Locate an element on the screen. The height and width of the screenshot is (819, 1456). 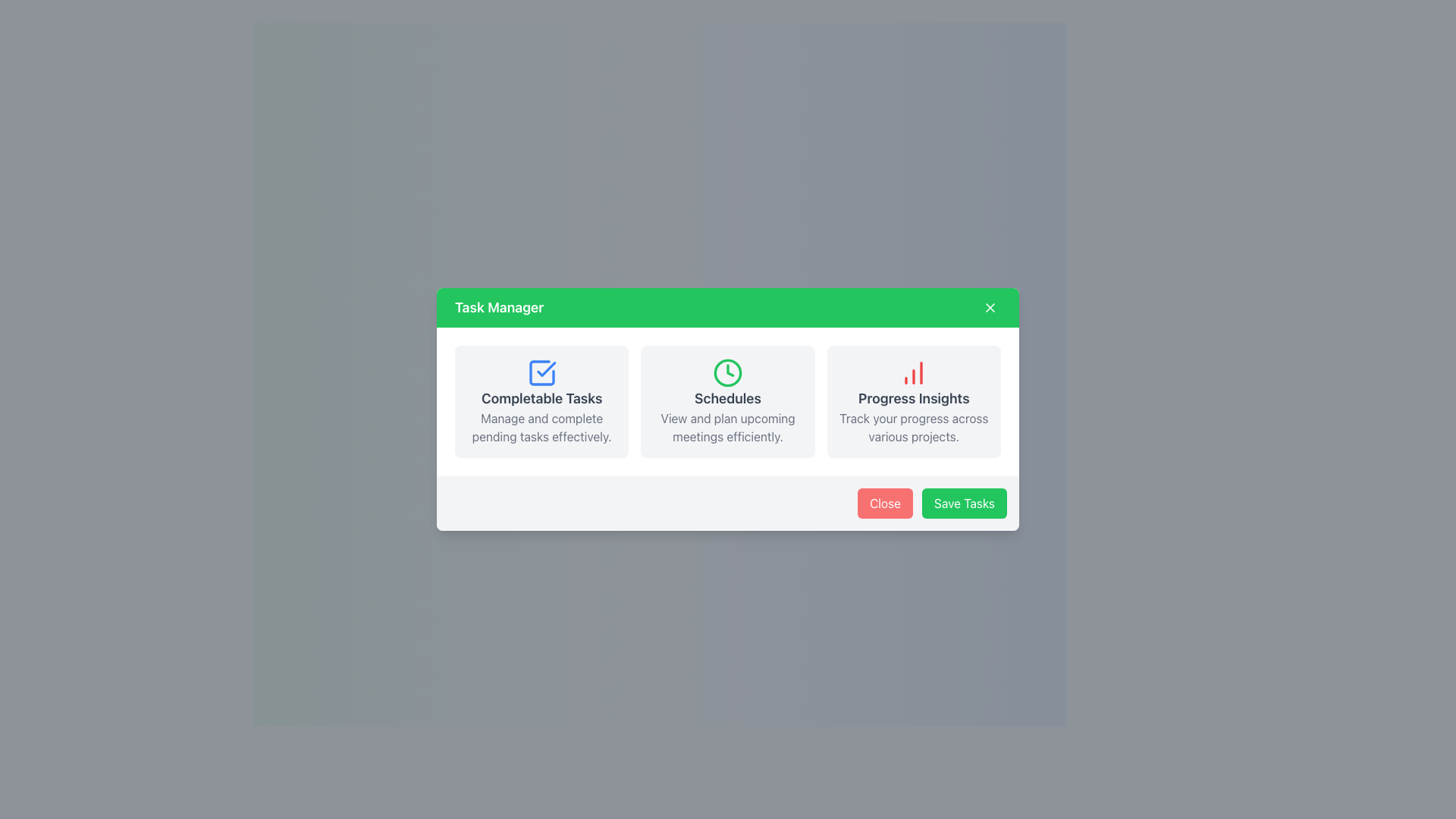
the close button located in the top-right corner of the 'Task Manager' modal header to change its background color is located at coordinates (990, 307).